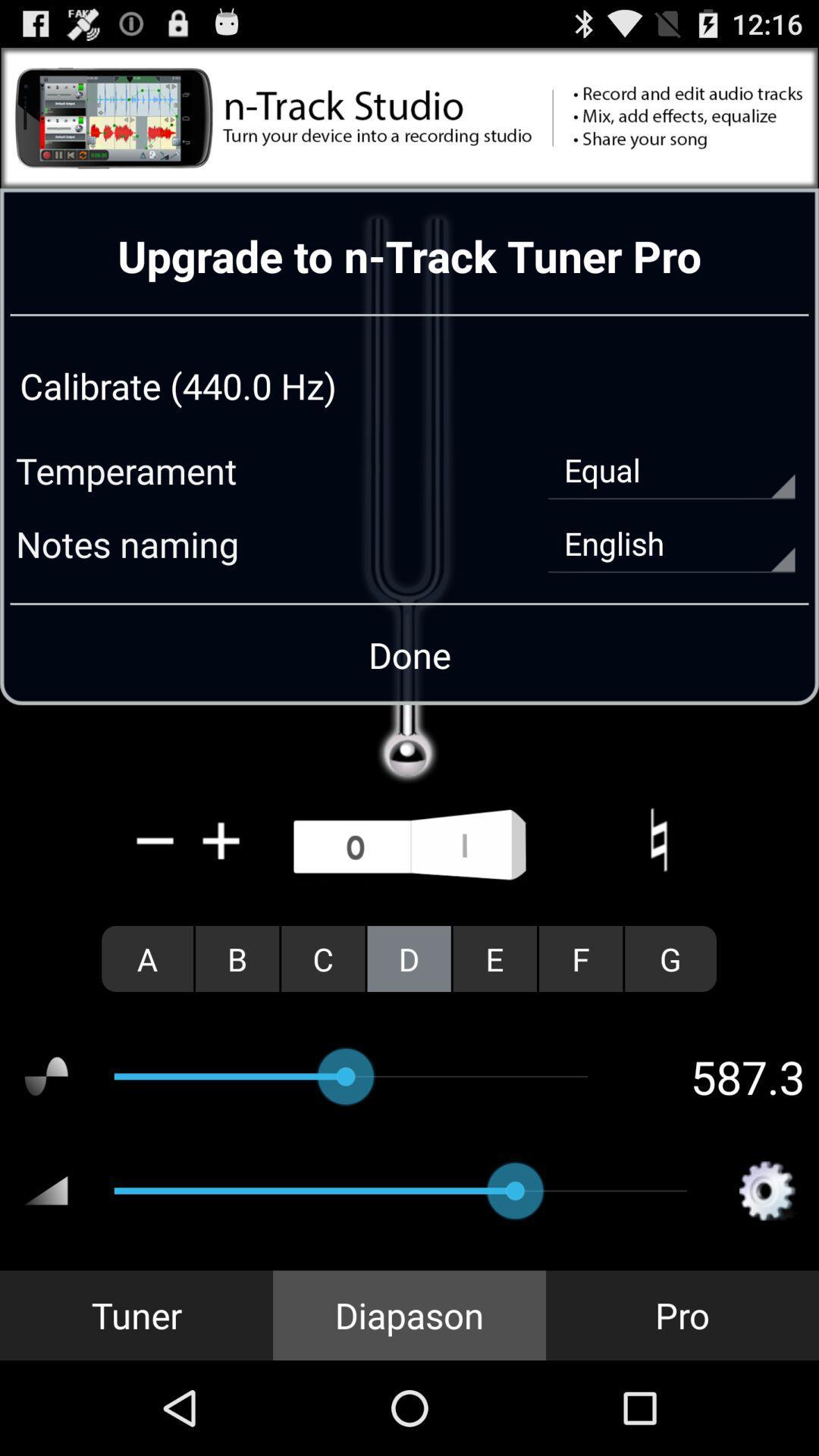  What do you see at coordinates (408, 958) in the screenshot?
I see `the item to the right of the c radio button` at bounding box center [408, 958].